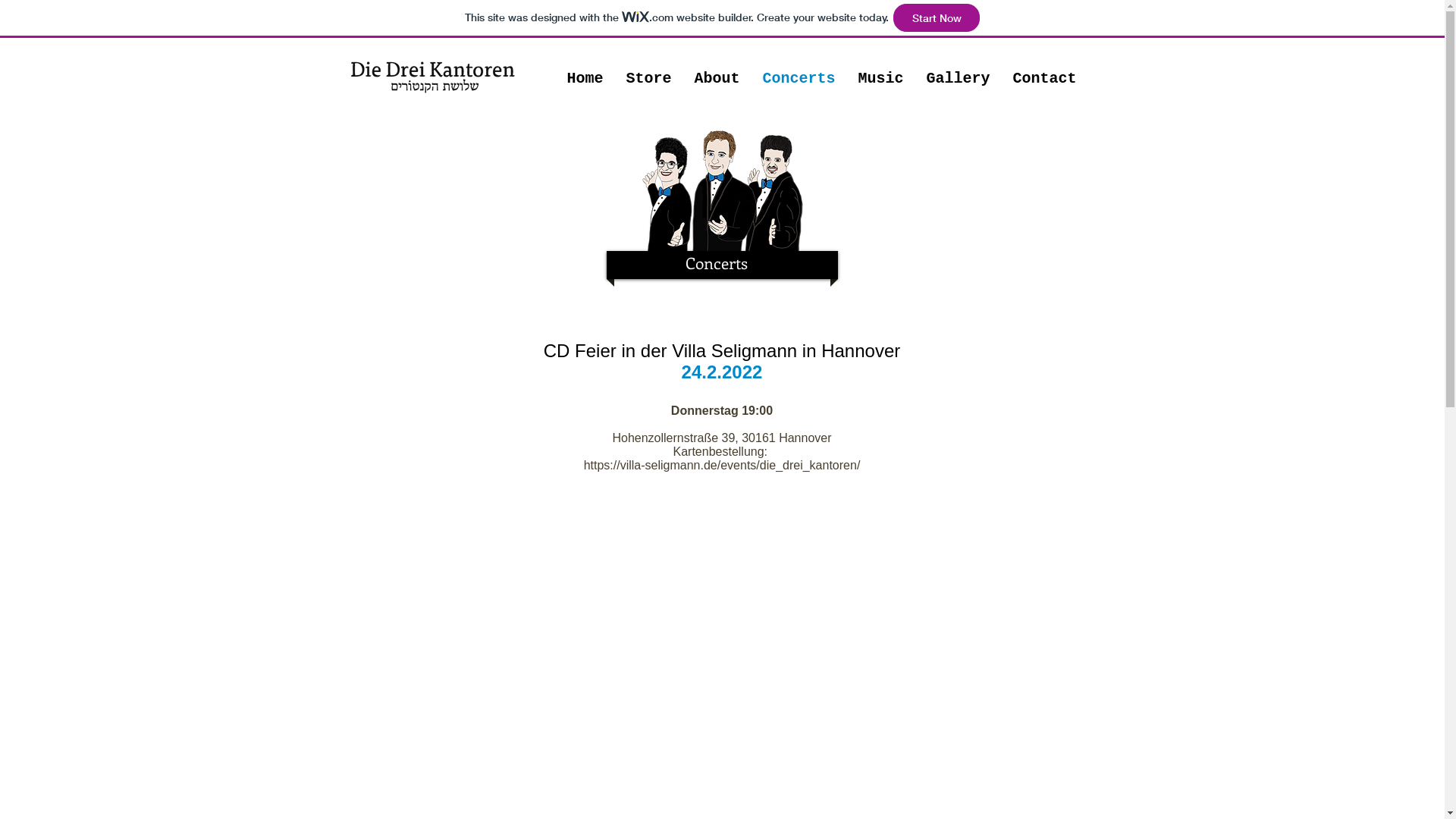  What do you see at coordinates (880, 70) in the screenshot?
I see `'Music'` at bounding box center [880, 70].